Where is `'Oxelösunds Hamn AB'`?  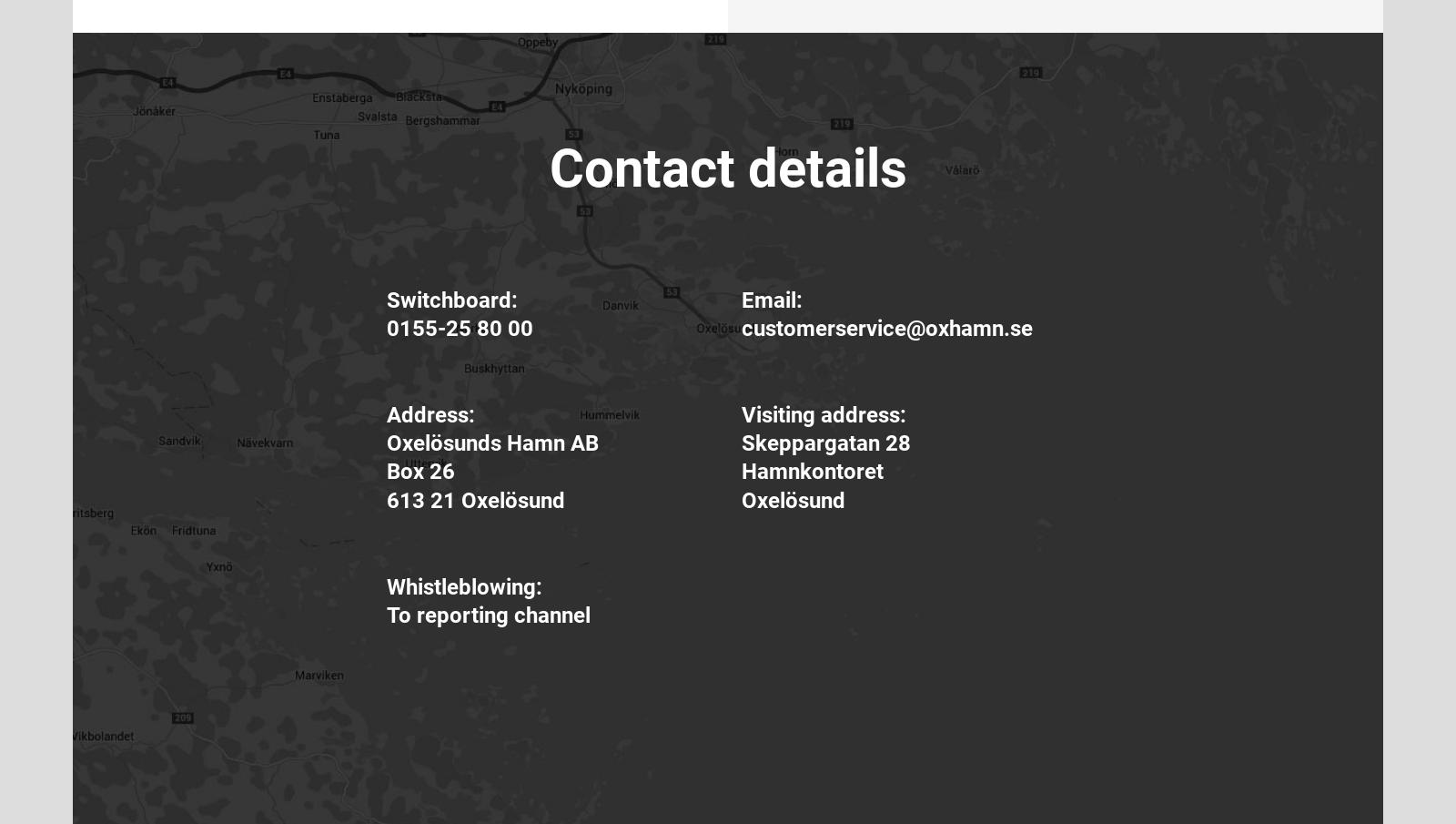
'Oxelösunds Hamn AB' is located at coordinates (385, 443).